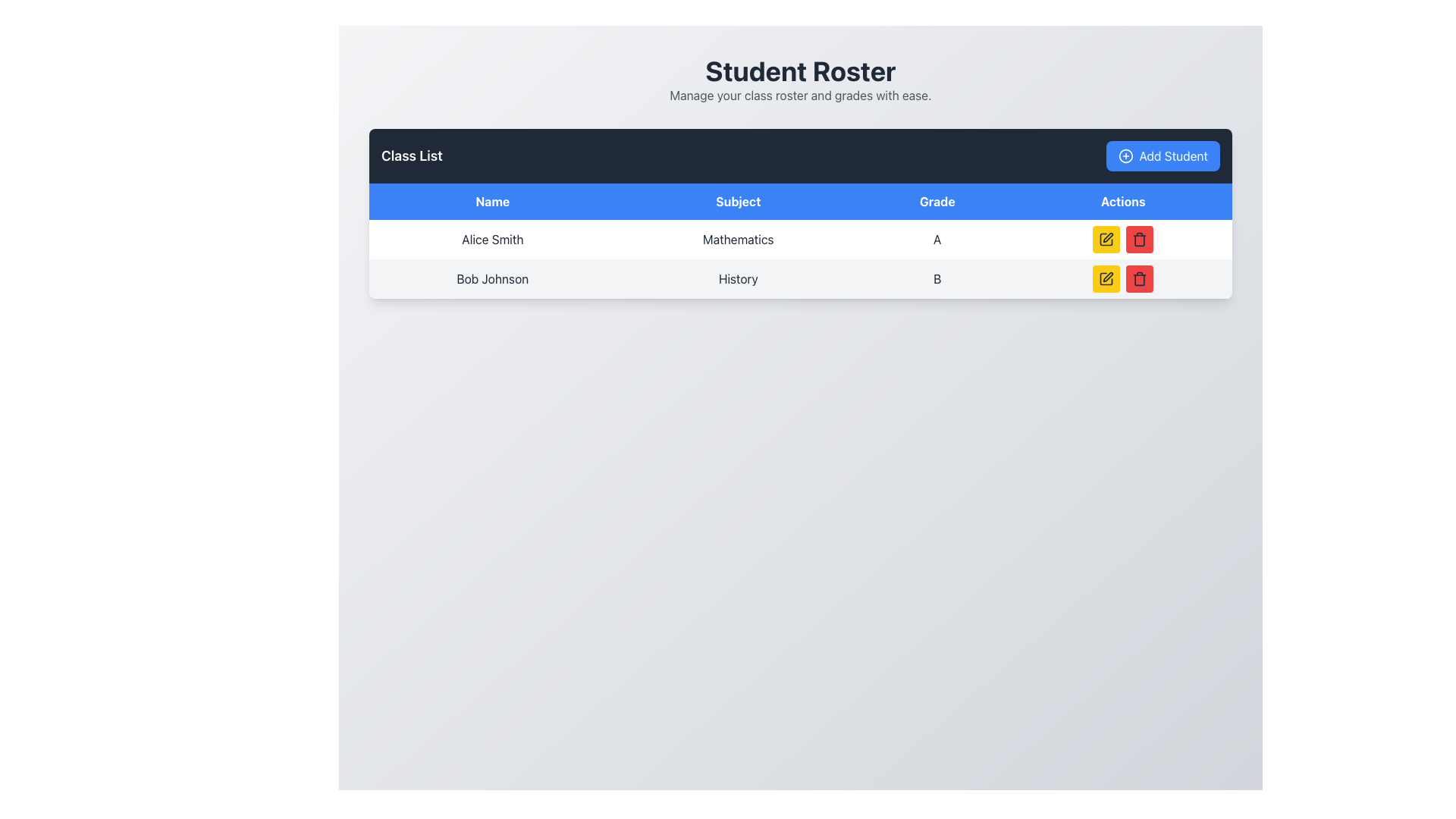 The width and height of the screenshot is (1456, 819). What do you see at coordinates (1106, 278) in the screenshot?
I see `the edit icon for 'Bob Johnson' in the 'Actions' column of the Class List table by pressing the tab key, then activate it with the enter key` at bounding box center [1106, 278].